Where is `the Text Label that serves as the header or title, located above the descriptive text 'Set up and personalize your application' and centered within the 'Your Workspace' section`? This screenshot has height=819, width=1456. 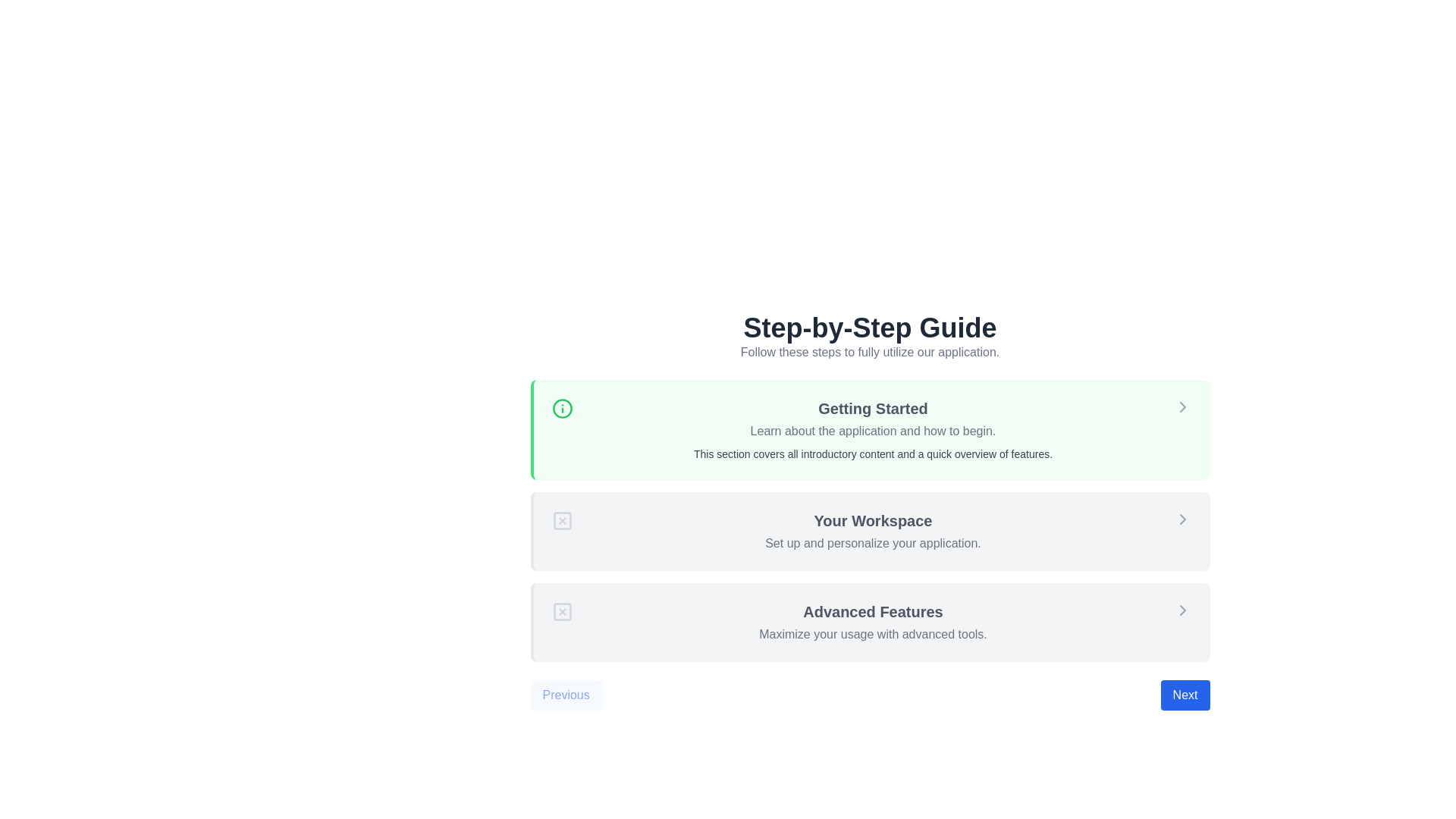
the Text Label that serves as the header or title, located above the descriptive text 'Set up and personalize your application' and centered within the 'Your Workspace' section is located at coordinates (873, 519).